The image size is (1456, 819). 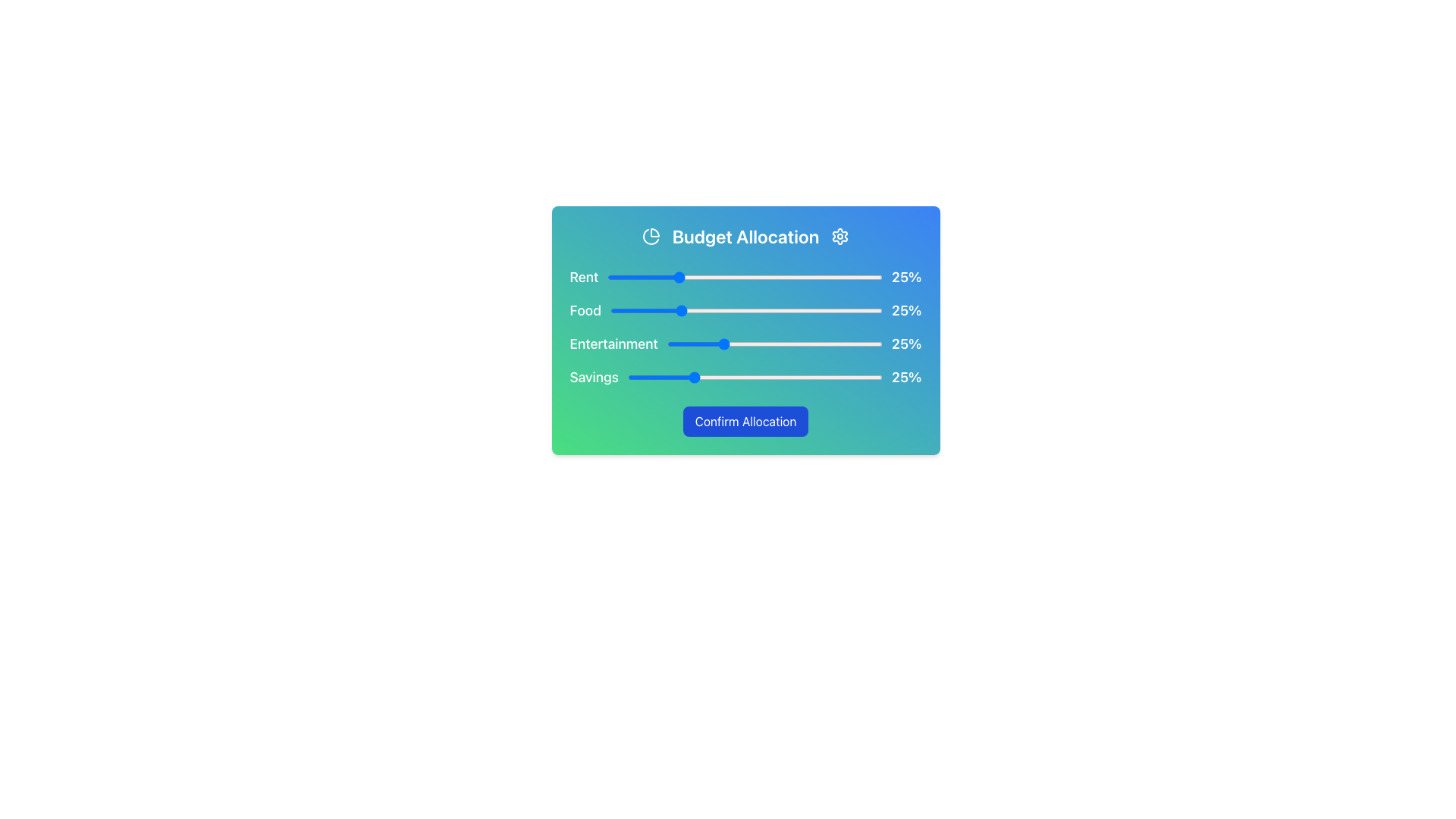 What do you see at coordinates (610, 278) in the screenshot?
I see `the 'Rent' allocation slider` at bounding box center [610, 278].